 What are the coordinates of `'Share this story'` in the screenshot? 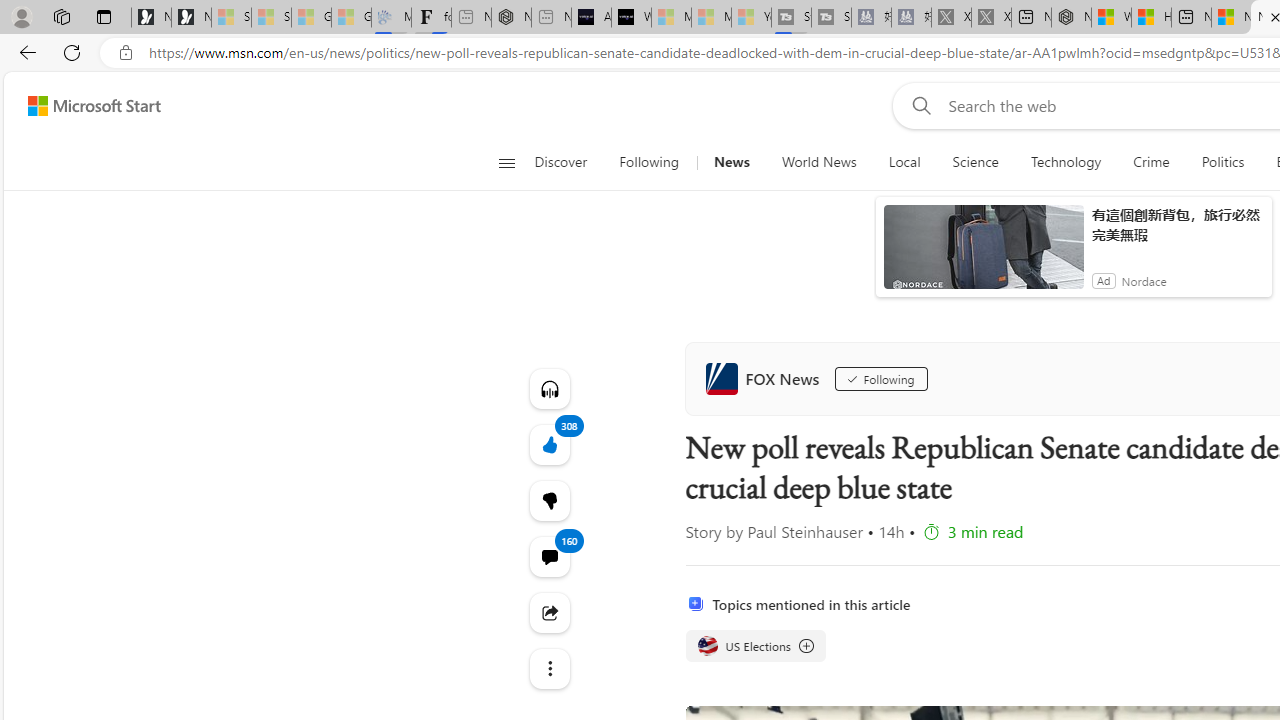 It's located at (549, 611).